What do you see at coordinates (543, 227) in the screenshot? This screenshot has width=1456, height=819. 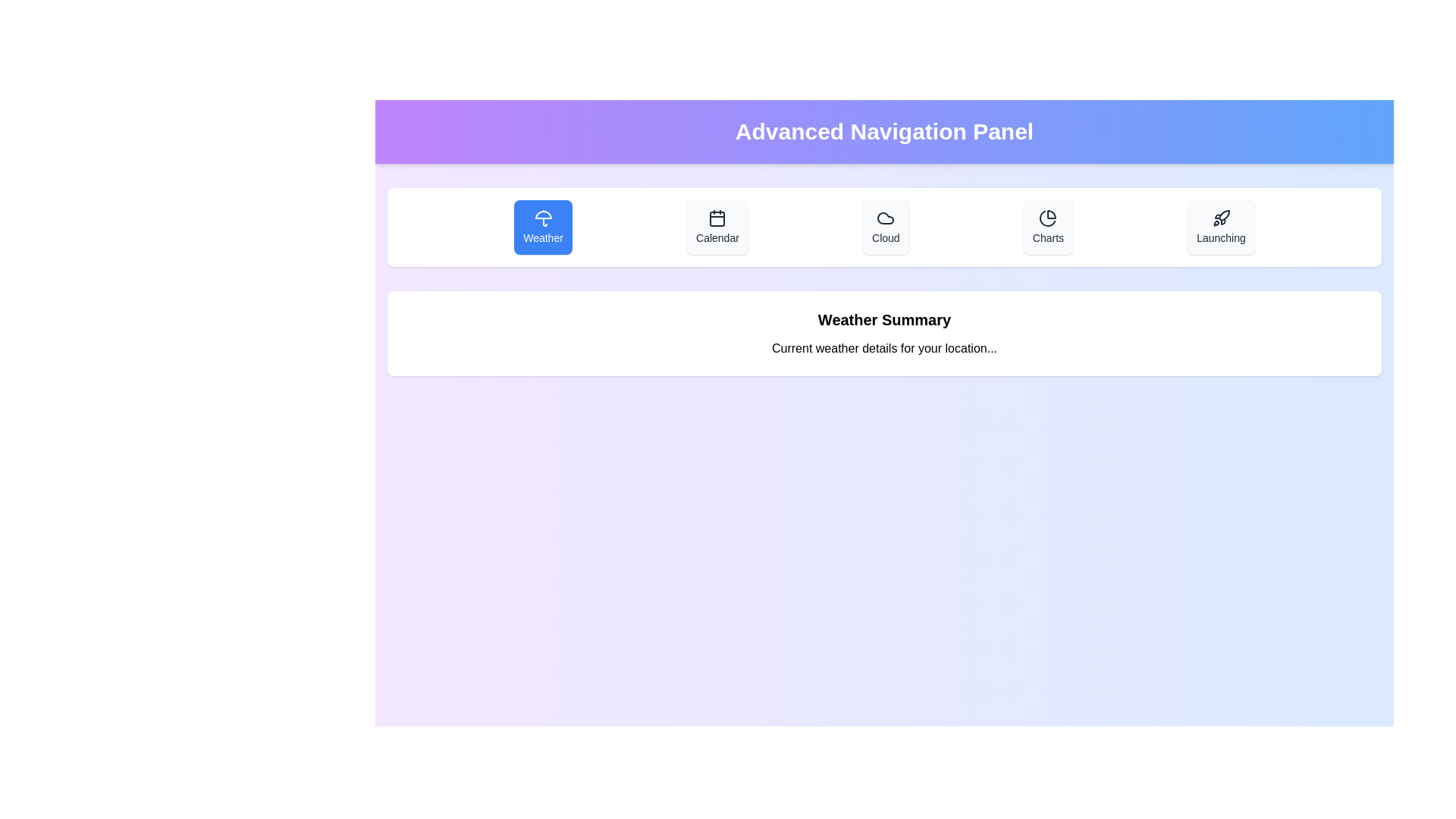 I see `the weather navigation button, which is the first button from the left in a group of buttons including 'Calendar,' 'Cloud,' 'Charts,' and 'Launching.'` at bounding box center [543, 227].